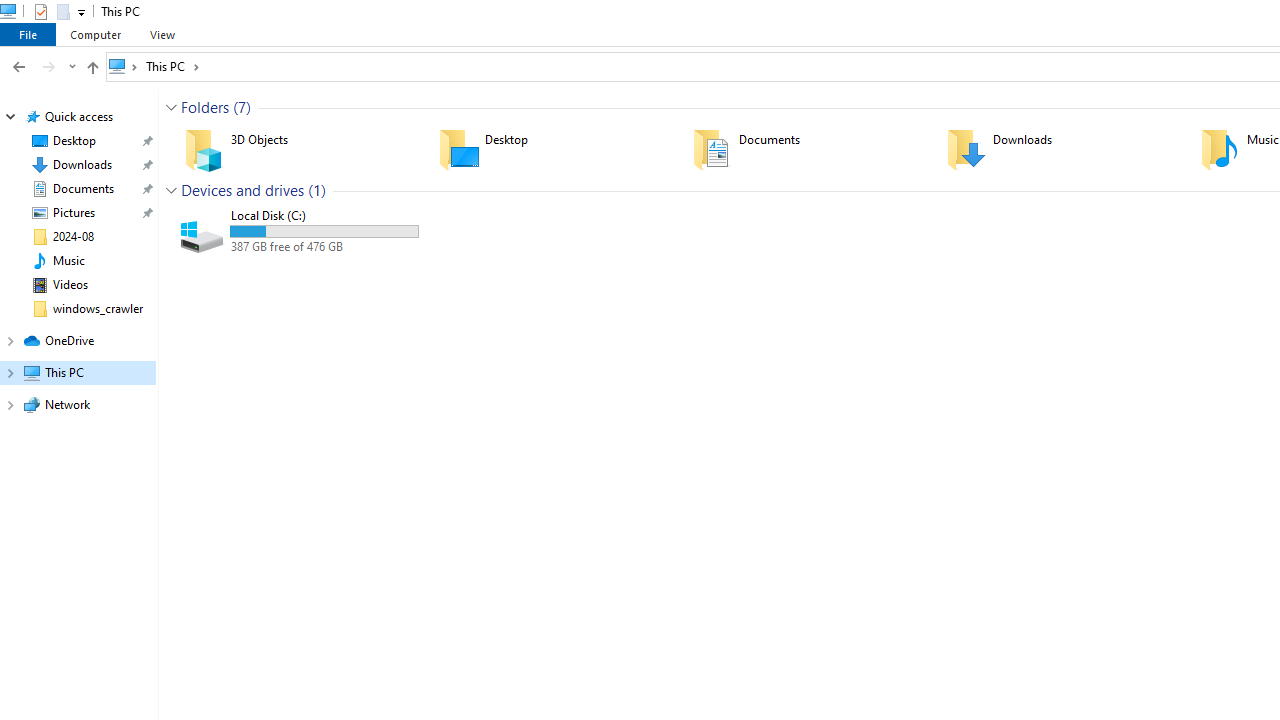  I want to click on 'Navigation buttons', so click(42, 65).